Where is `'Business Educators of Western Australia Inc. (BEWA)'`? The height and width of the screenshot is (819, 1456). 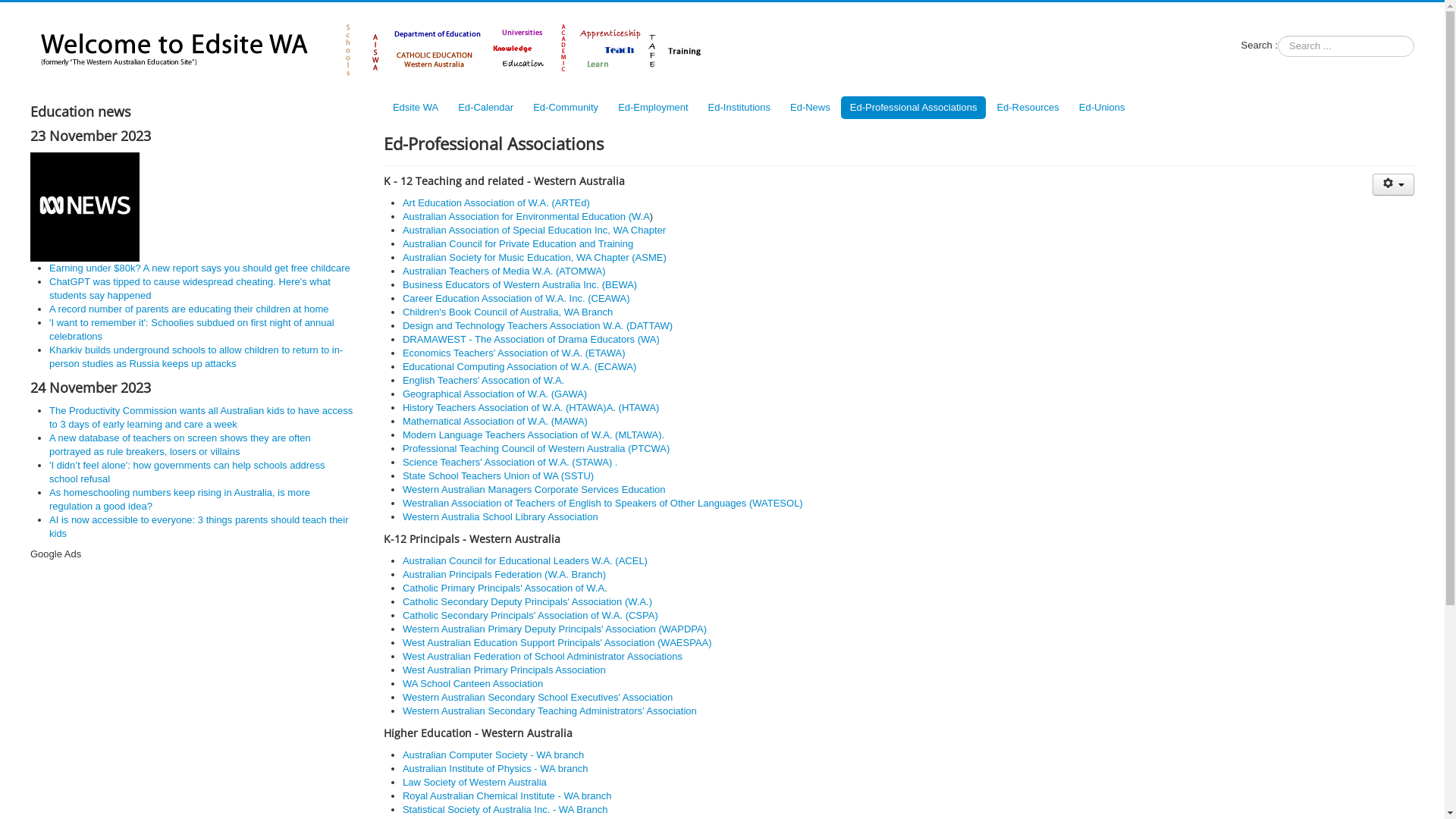
'Business Educators of Western Australia Inc. (BEWA)' is located at coordinates (519, 284).